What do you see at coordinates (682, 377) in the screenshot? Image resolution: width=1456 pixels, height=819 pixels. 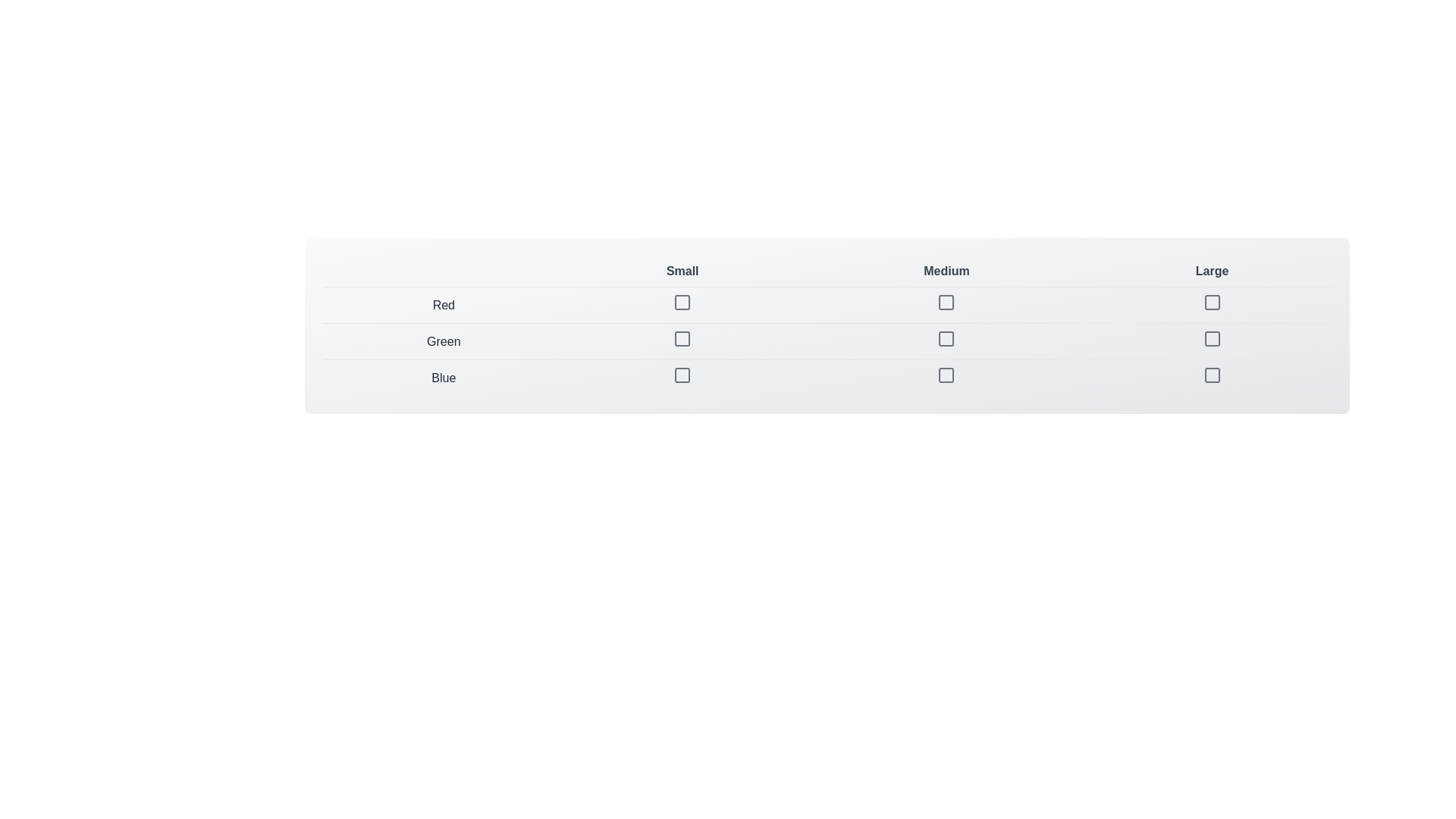 I see `the checkbox in the 'Small' size option for the 'Blue' color category` at bounding box center [682, 377].